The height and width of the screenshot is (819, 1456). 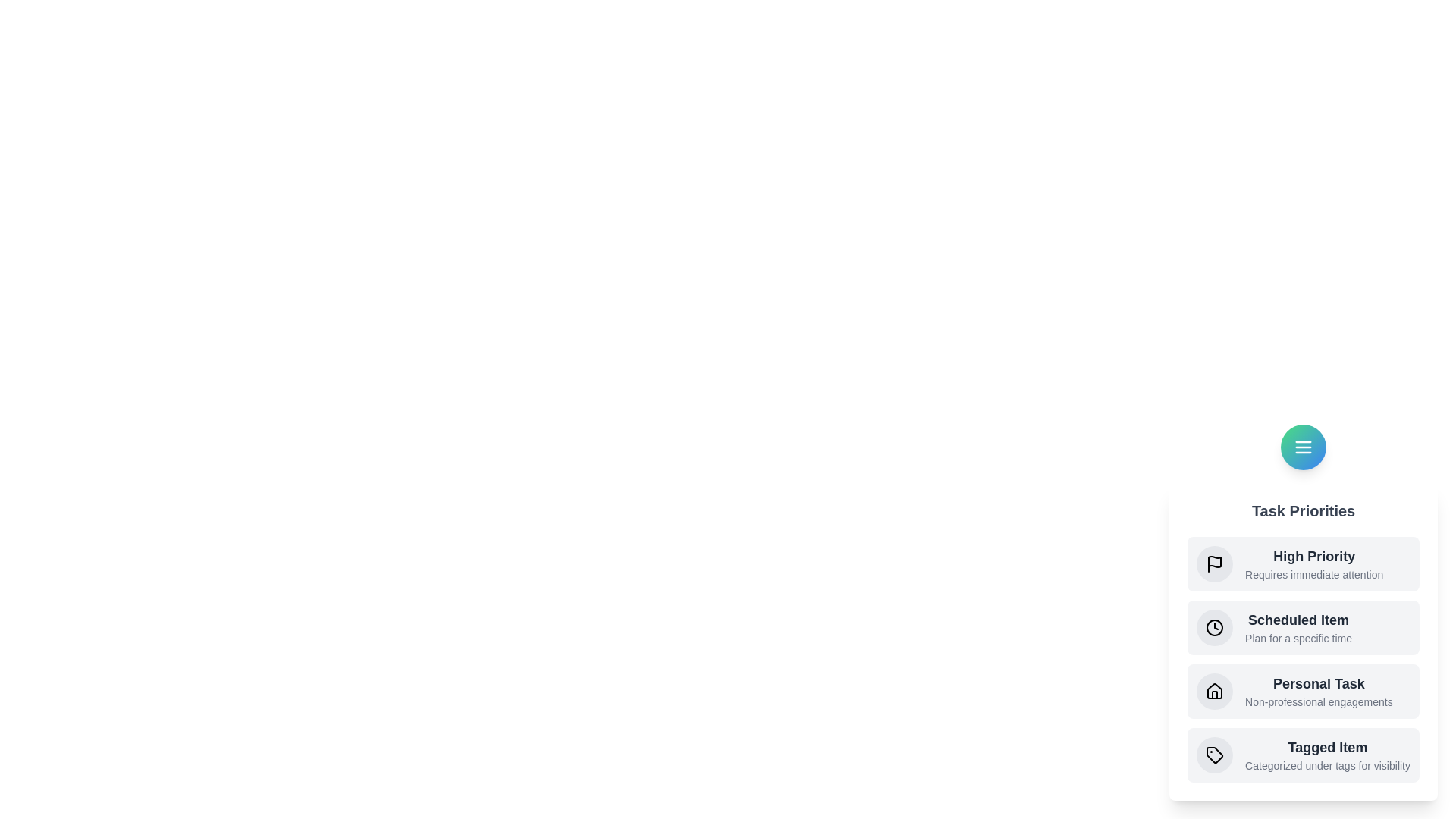 What do you see at coordinates (1302, 755) in the screenshot?
I see `the priority item Tagged Item to read its description` at bounding box center [1302, 755].